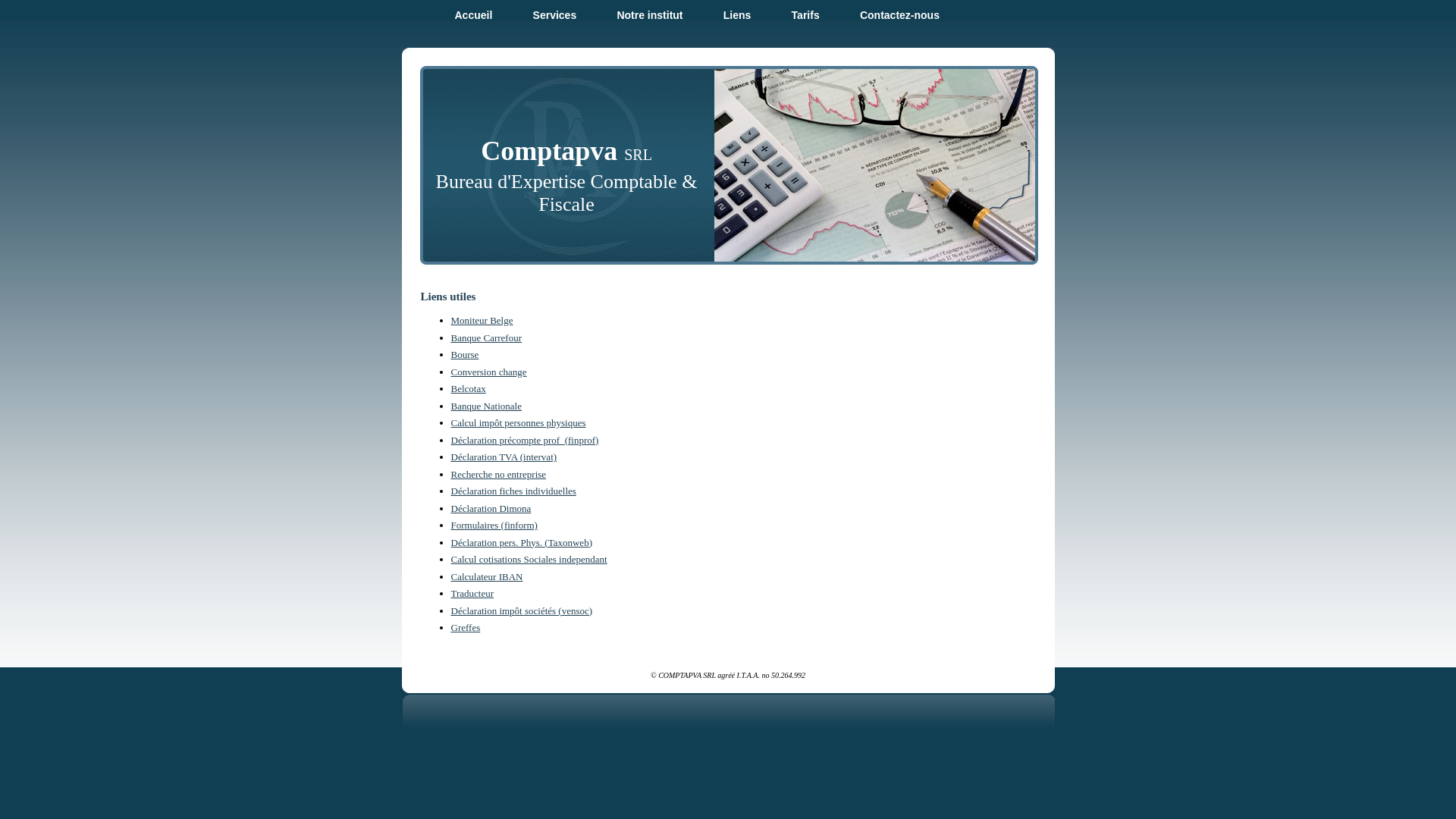  What do you see at coordinates (488, 371) in the screenshot?
I see `'Conversion change'` at bounding box center [488, 371].